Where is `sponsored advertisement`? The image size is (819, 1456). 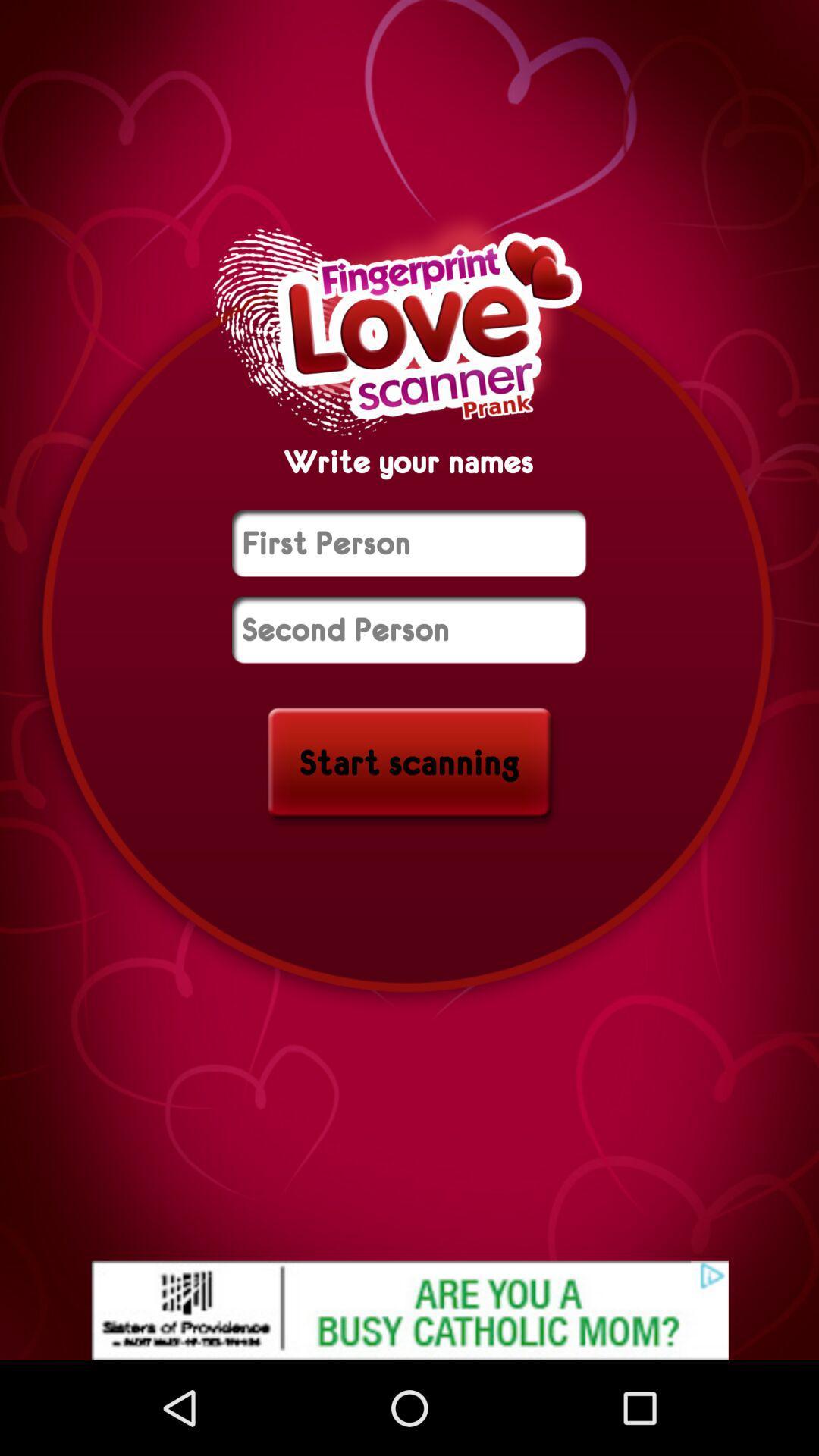
sponsored advertisement is located at coordinates (409, 1310).